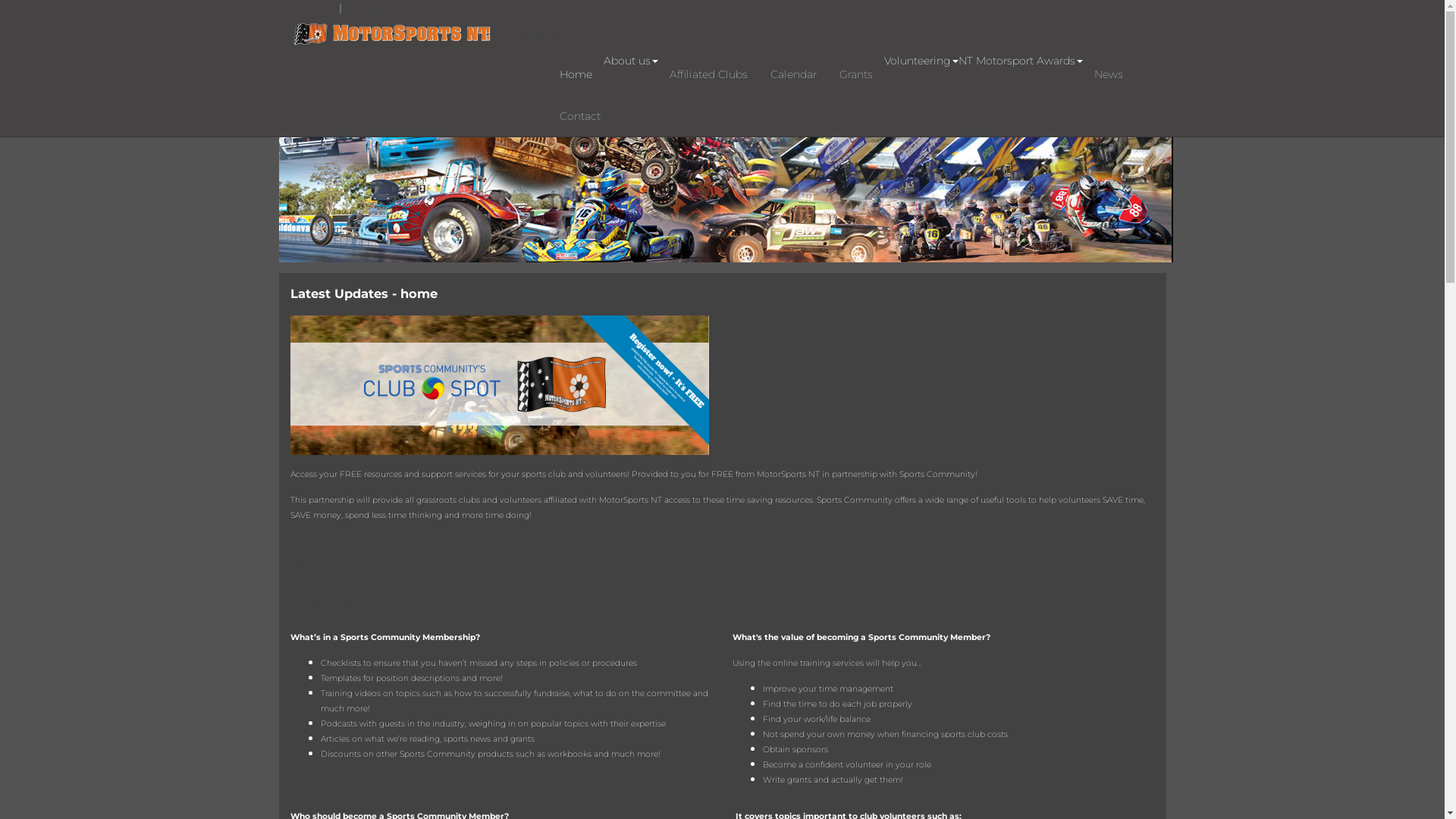 The height and width of the screenshot is (819, 1456). What do you see at coordinates (312, 8) in the screenshot?
I see `'Email us'` at bounding box center [312, 8].